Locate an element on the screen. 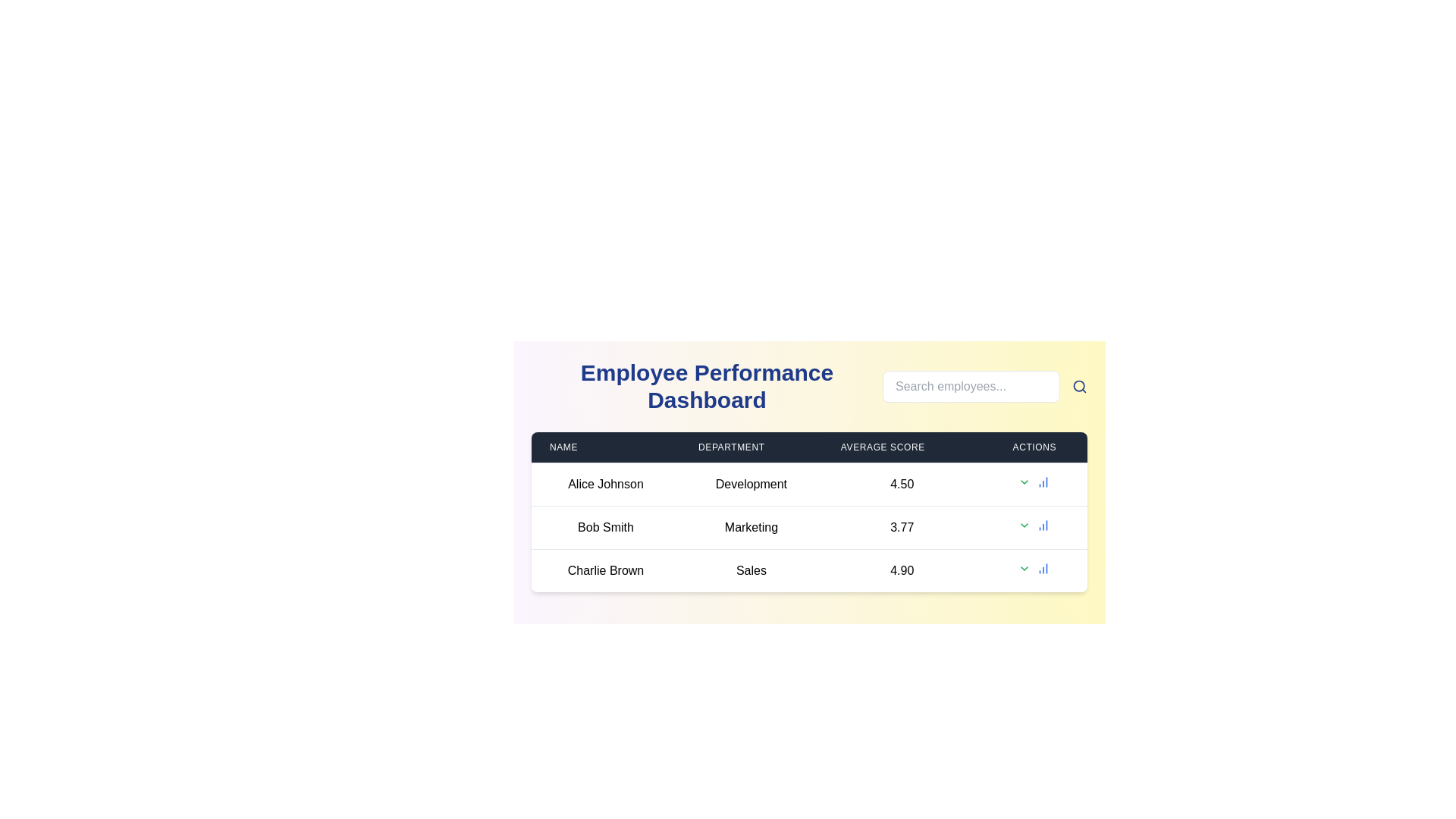 The width and height of the screenshot is (1456, 819). the icon group within the 'Actions' column of the last row of the table, which contains a green check mark and a blue bar chart icon is located at coordinates (1034, 568).